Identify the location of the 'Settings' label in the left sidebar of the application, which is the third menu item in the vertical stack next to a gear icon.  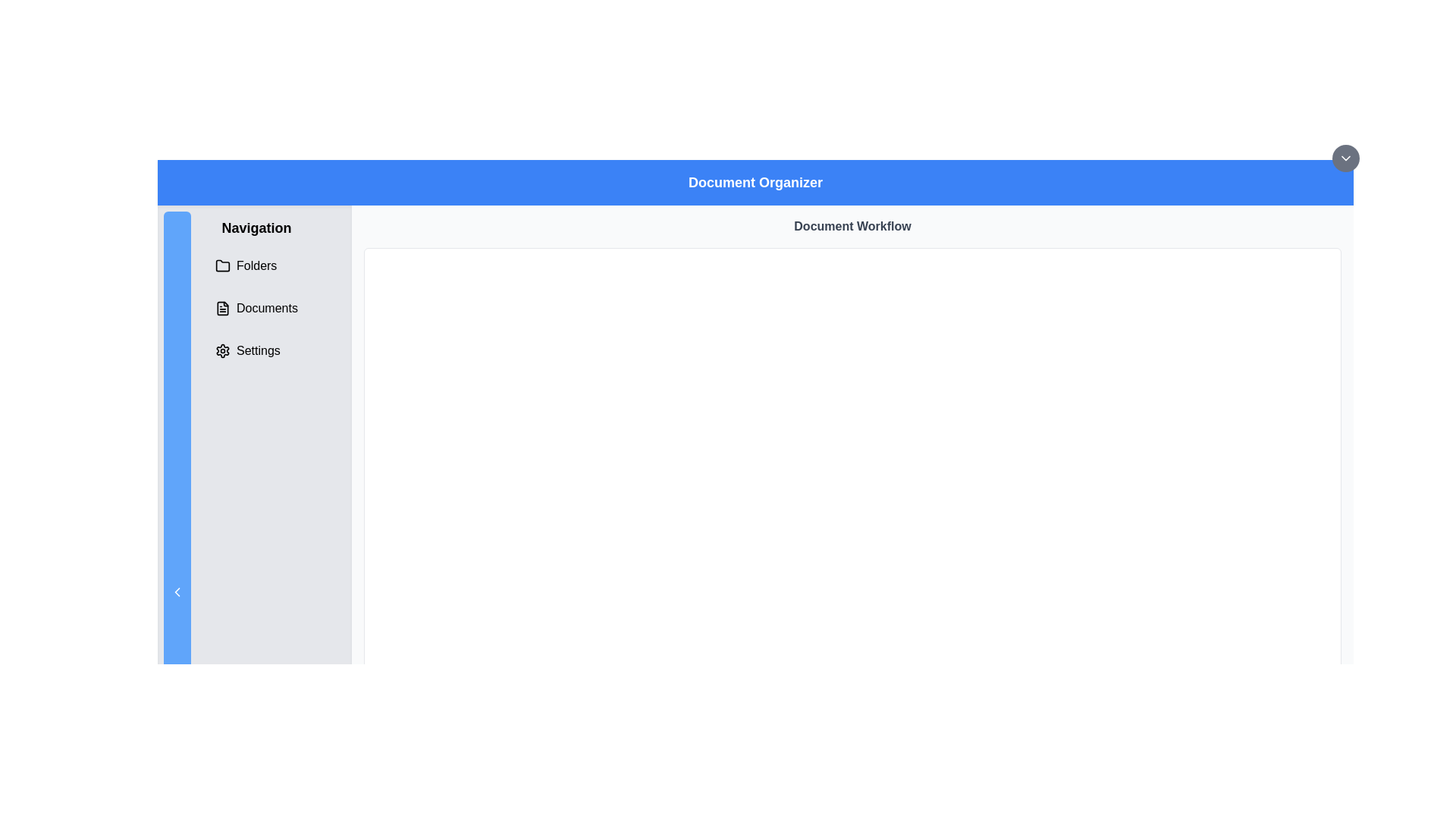
(258, 350).